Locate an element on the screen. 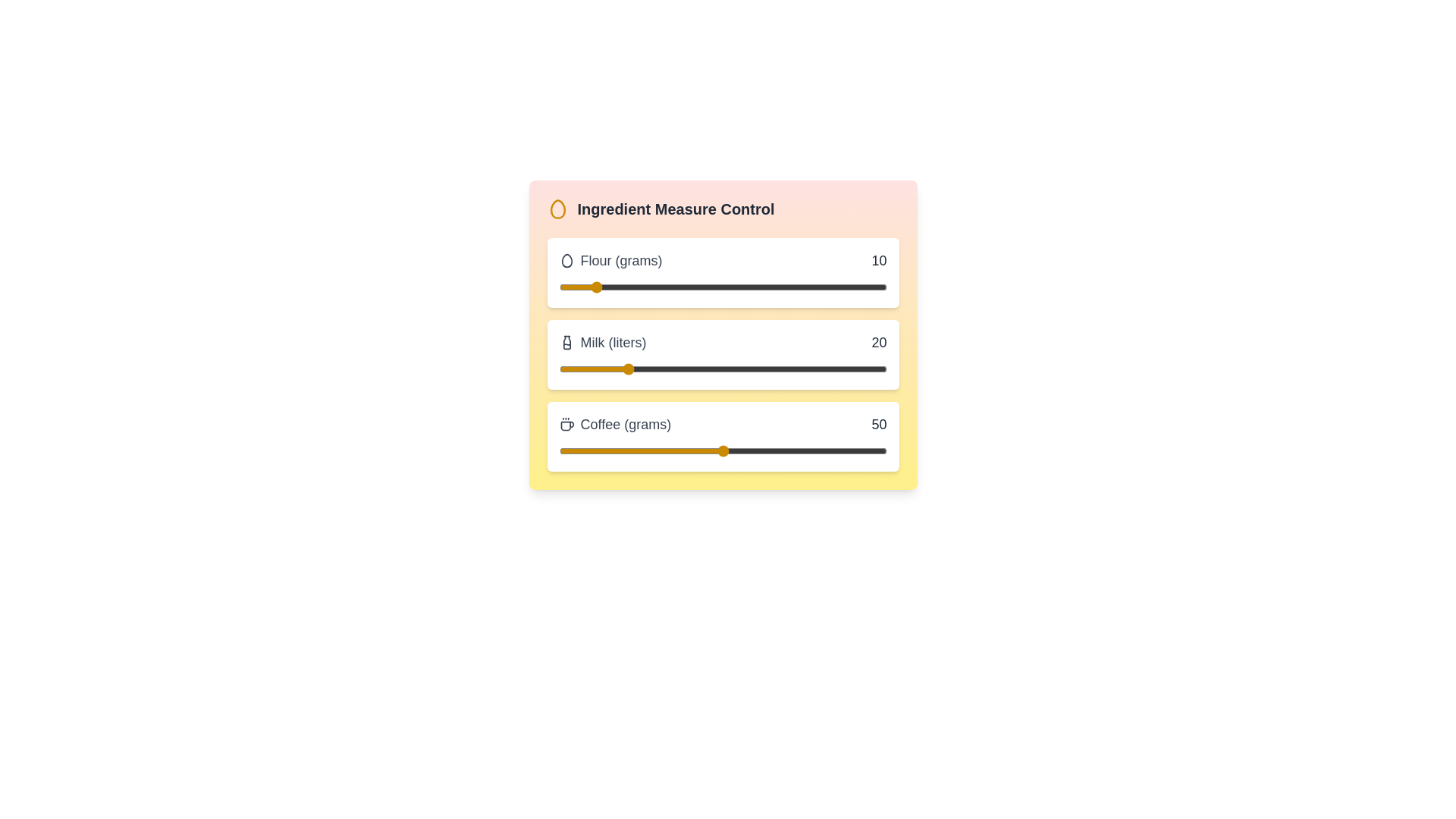 The width and height of the screenshot is (1456, 819). ingredient measurement is located at coordinates (709, 287).